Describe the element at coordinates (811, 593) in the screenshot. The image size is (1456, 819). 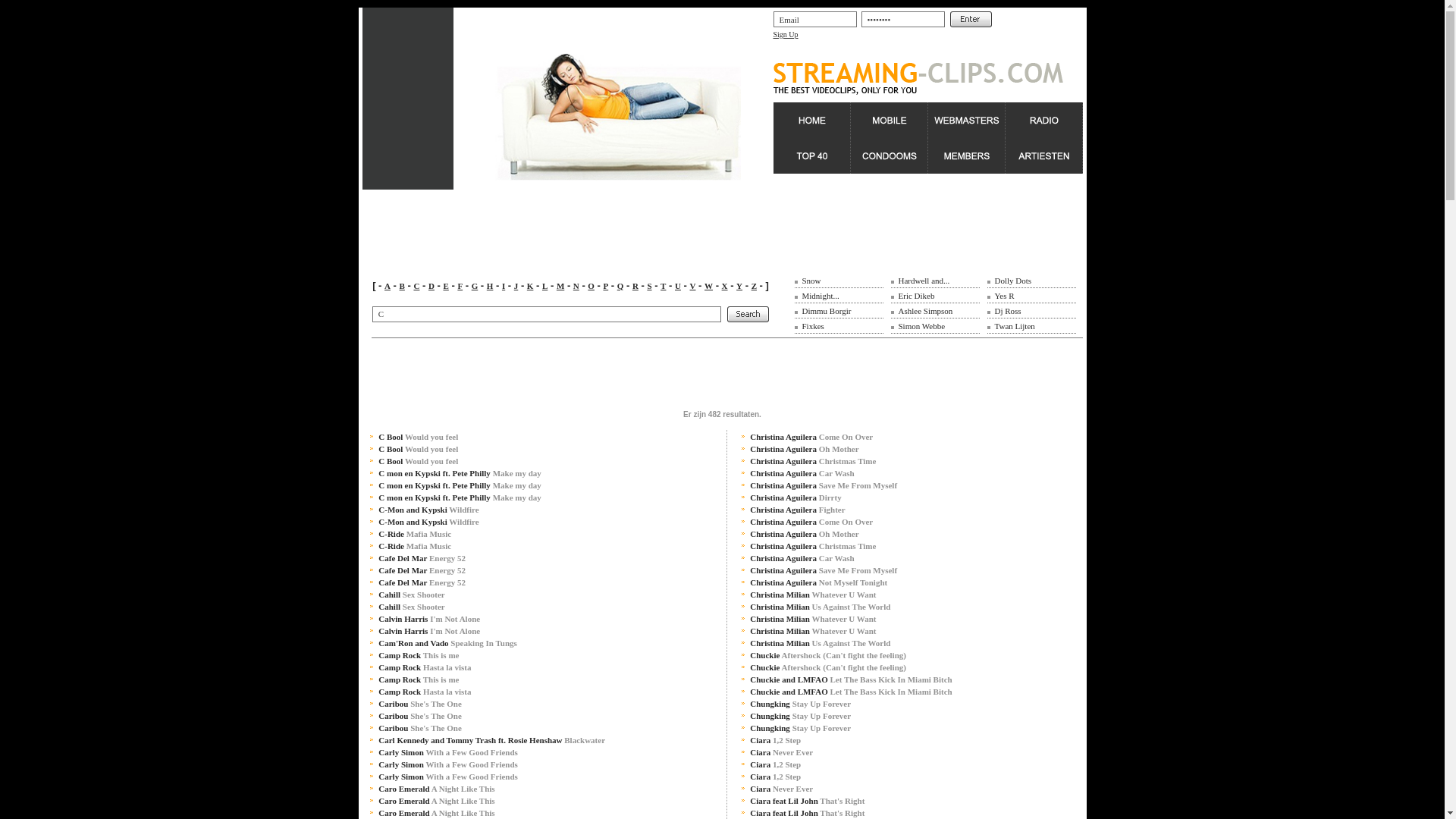
I see `'Christina Milian Whatever U Want'` at that location.